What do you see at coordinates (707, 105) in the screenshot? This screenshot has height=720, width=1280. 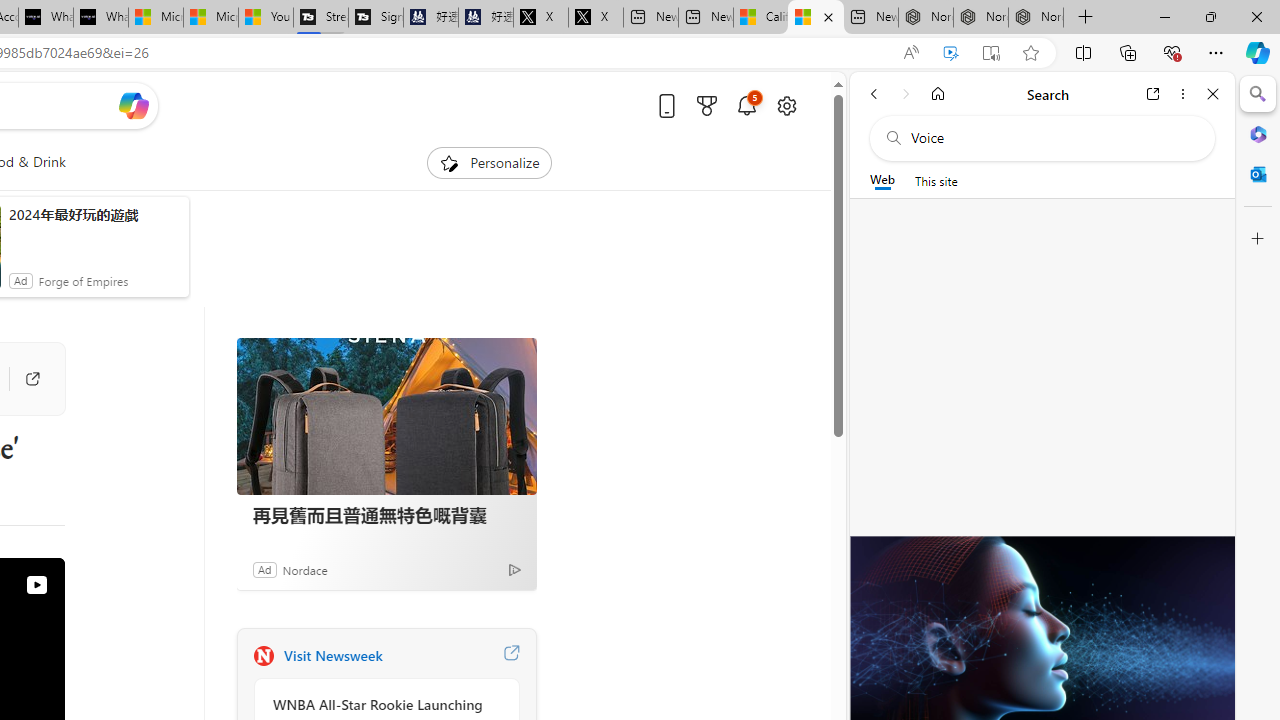 I see `'Microsoft rewards'` at bounding box center [707, 105].